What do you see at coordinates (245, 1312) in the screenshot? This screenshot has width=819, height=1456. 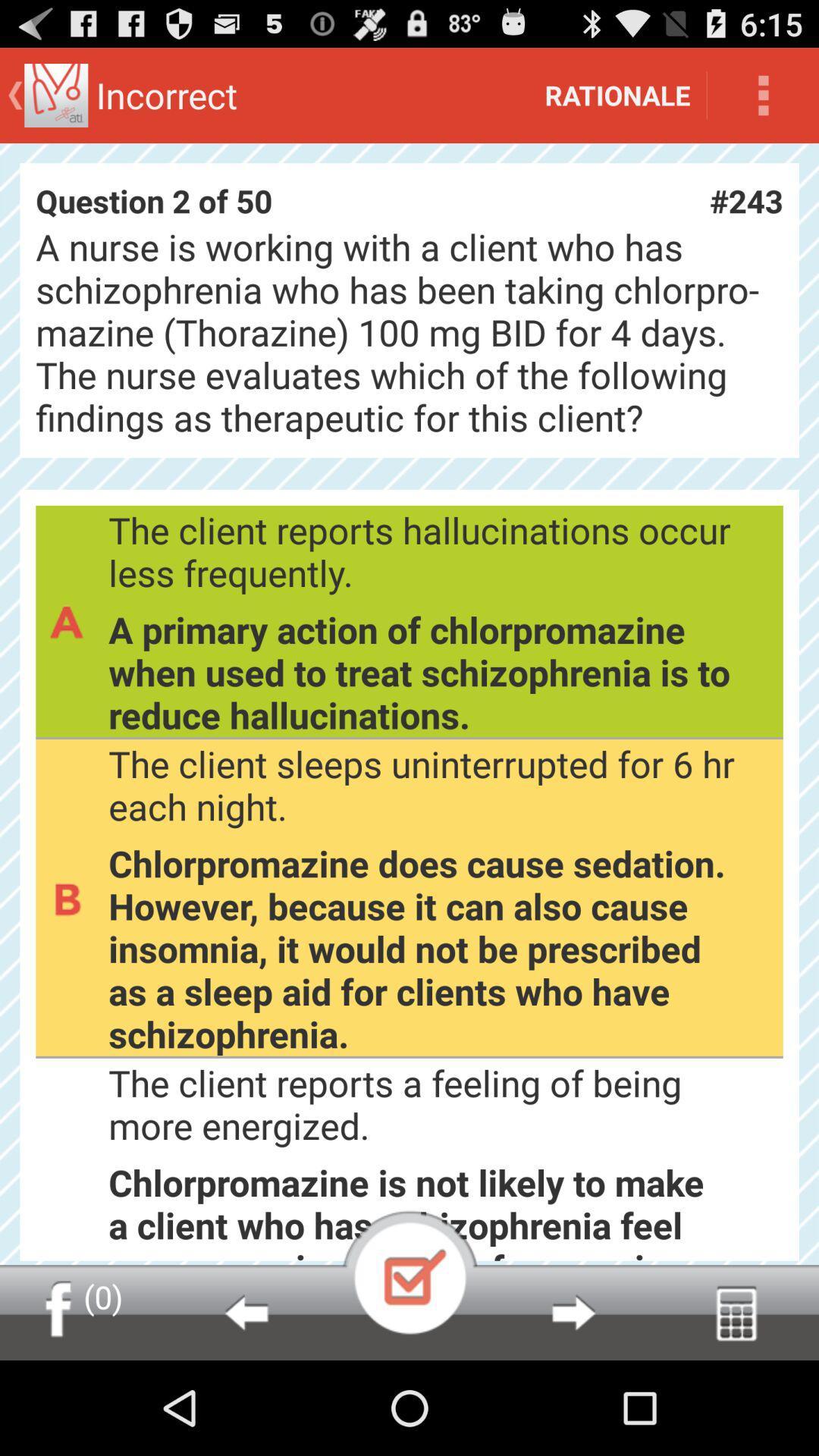 I see `the app next to the (0)` at bounding box center [245, 1312].